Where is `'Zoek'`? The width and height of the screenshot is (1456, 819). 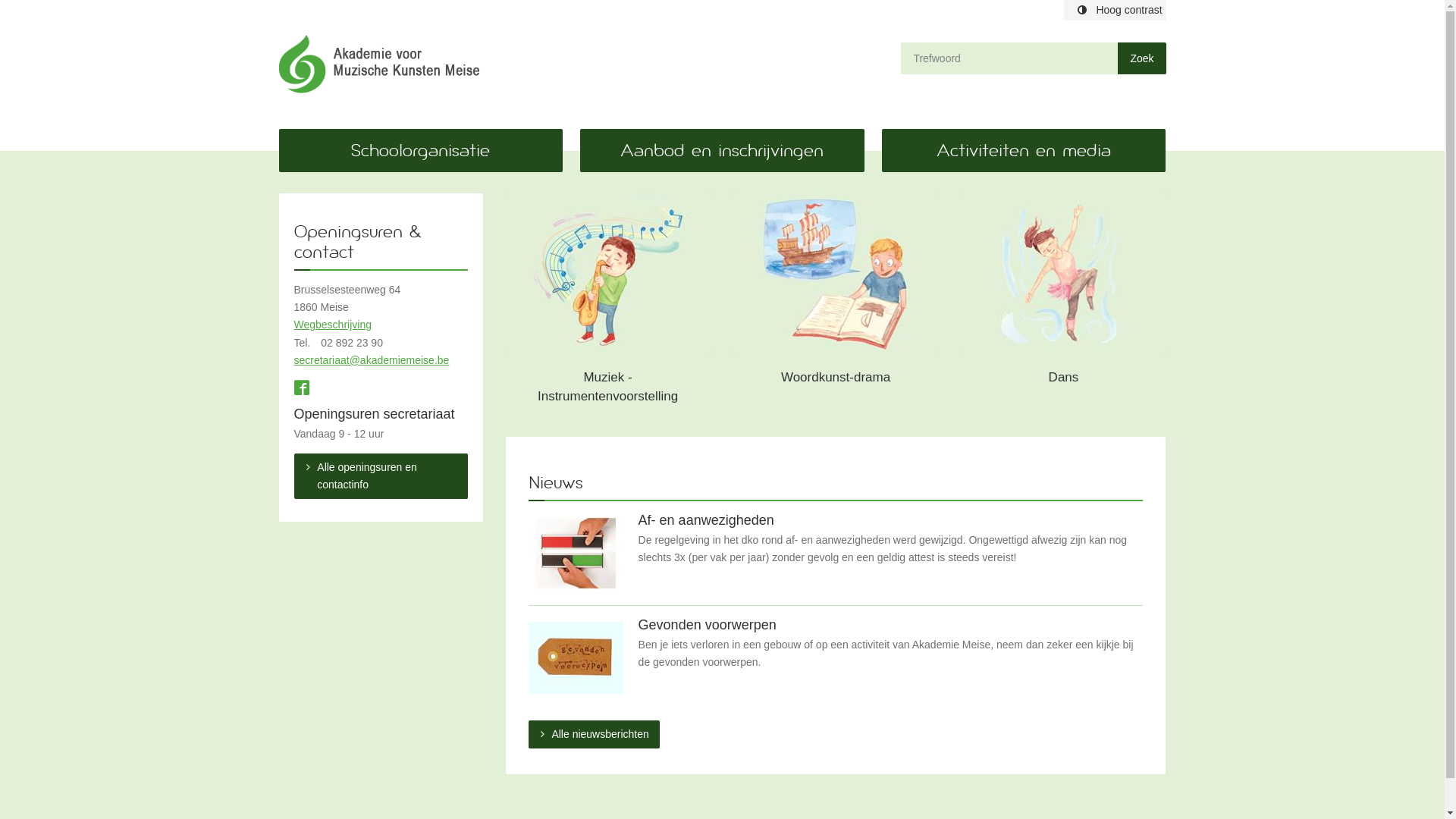 'Zoek' is located at coordinates (1141, 58).